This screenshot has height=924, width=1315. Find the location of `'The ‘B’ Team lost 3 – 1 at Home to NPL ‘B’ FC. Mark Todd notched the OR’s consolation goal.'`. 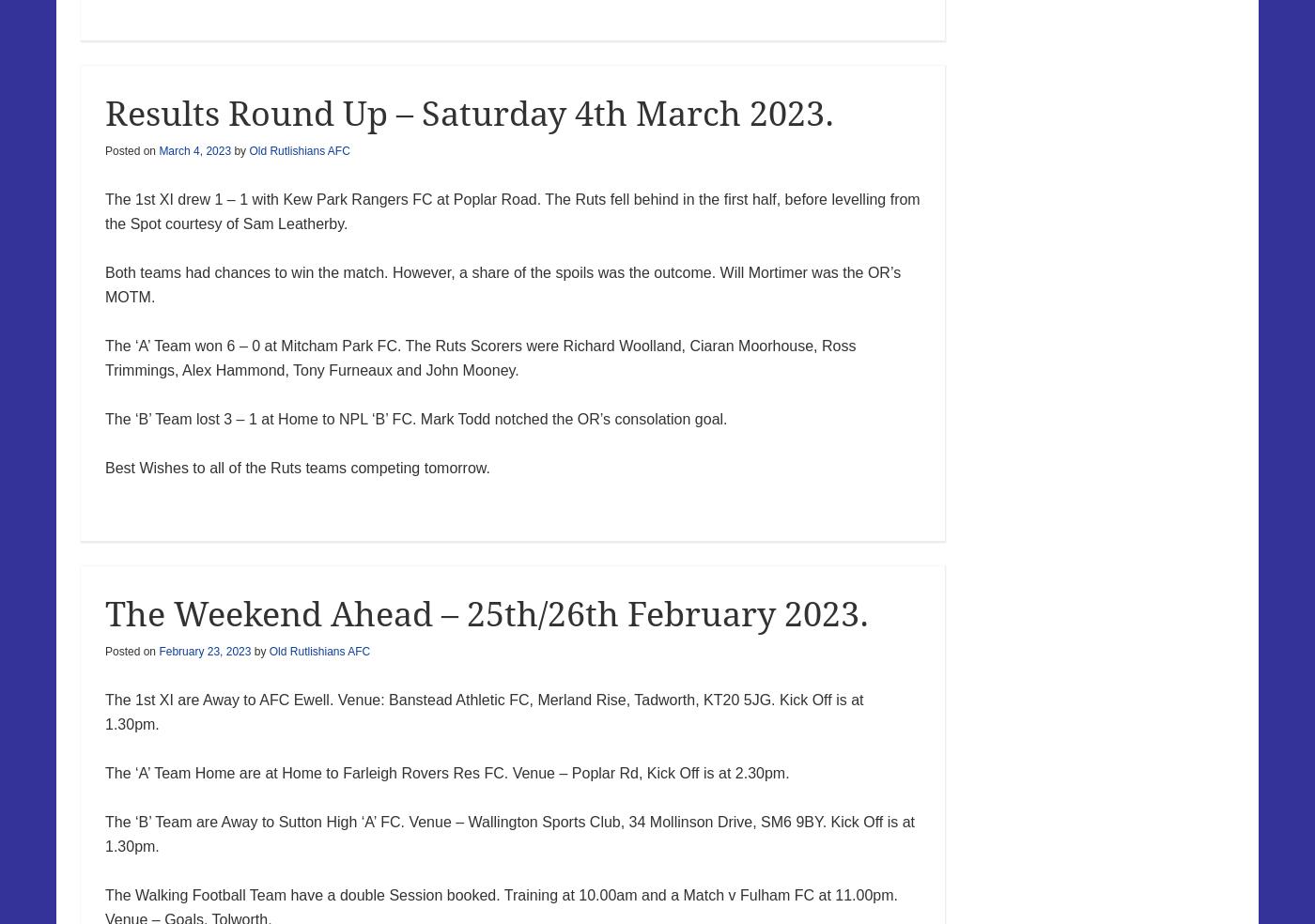

'The ‘B’ Team lost 3 – 1 at Home to NPL ‘B’ FC. Mark Todd notched the OR’s consolation goal.' is located at coordinates (415, 418).